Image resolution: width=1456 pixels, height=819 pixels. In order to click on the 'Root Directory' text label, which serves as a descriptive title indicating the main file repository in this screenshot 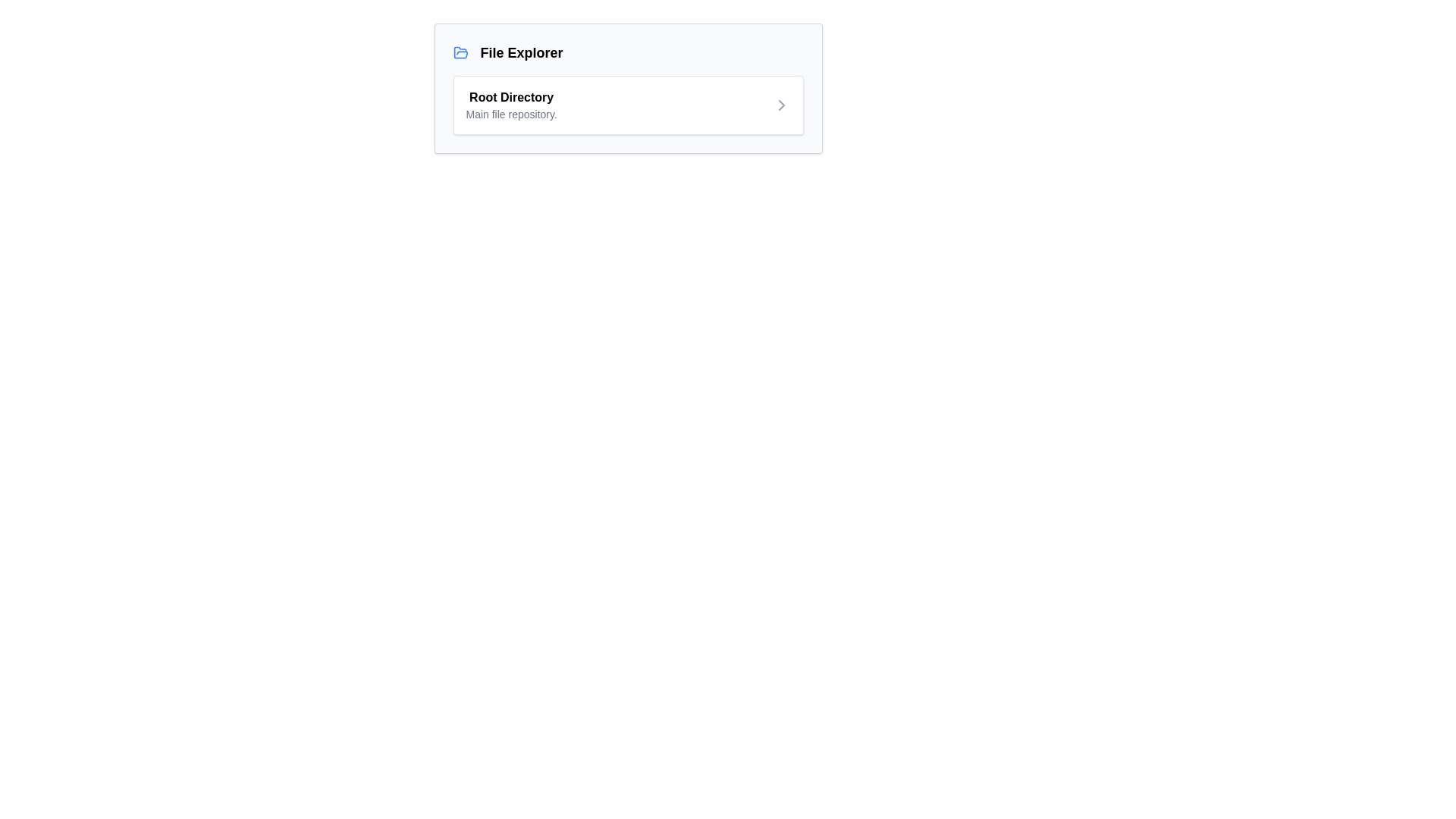, I will do `click(511, 104)`.